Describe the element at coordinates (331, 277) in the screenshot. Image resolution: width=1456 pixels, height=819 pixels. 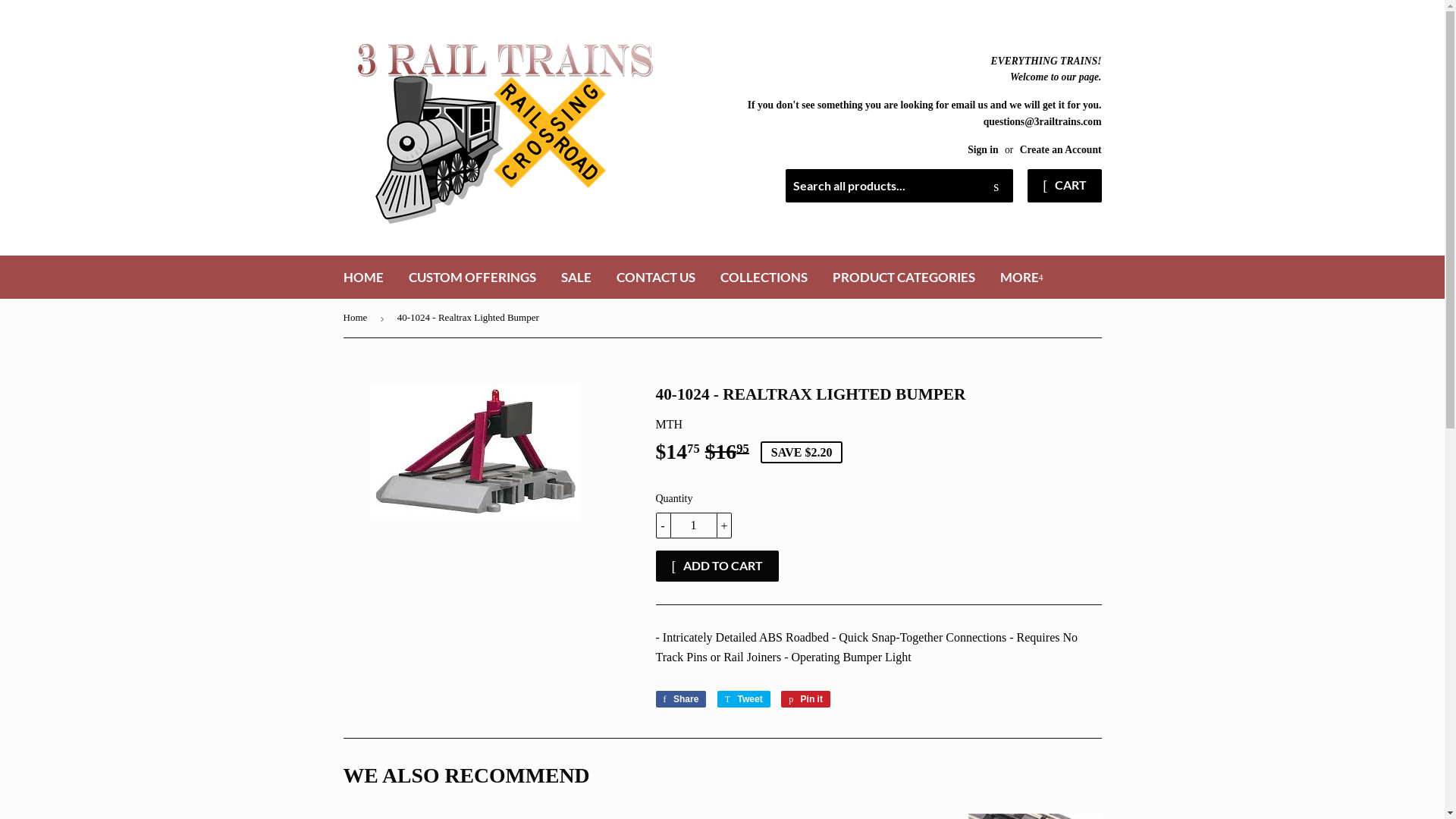
I see `'HOME'` at that location.